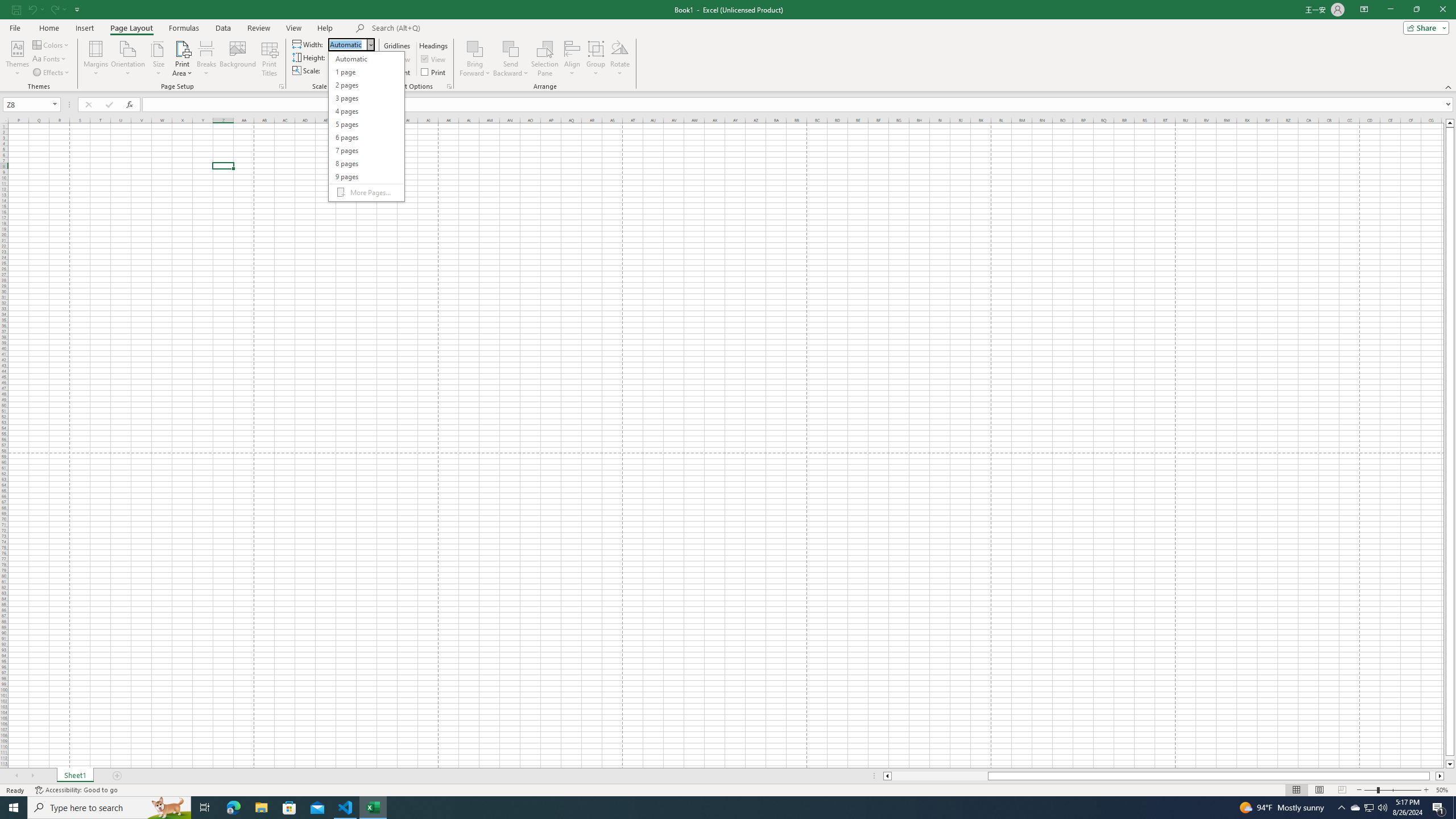 The image size is (1456, 819). I want to click on 'Bring Forward', so click(475, 59).